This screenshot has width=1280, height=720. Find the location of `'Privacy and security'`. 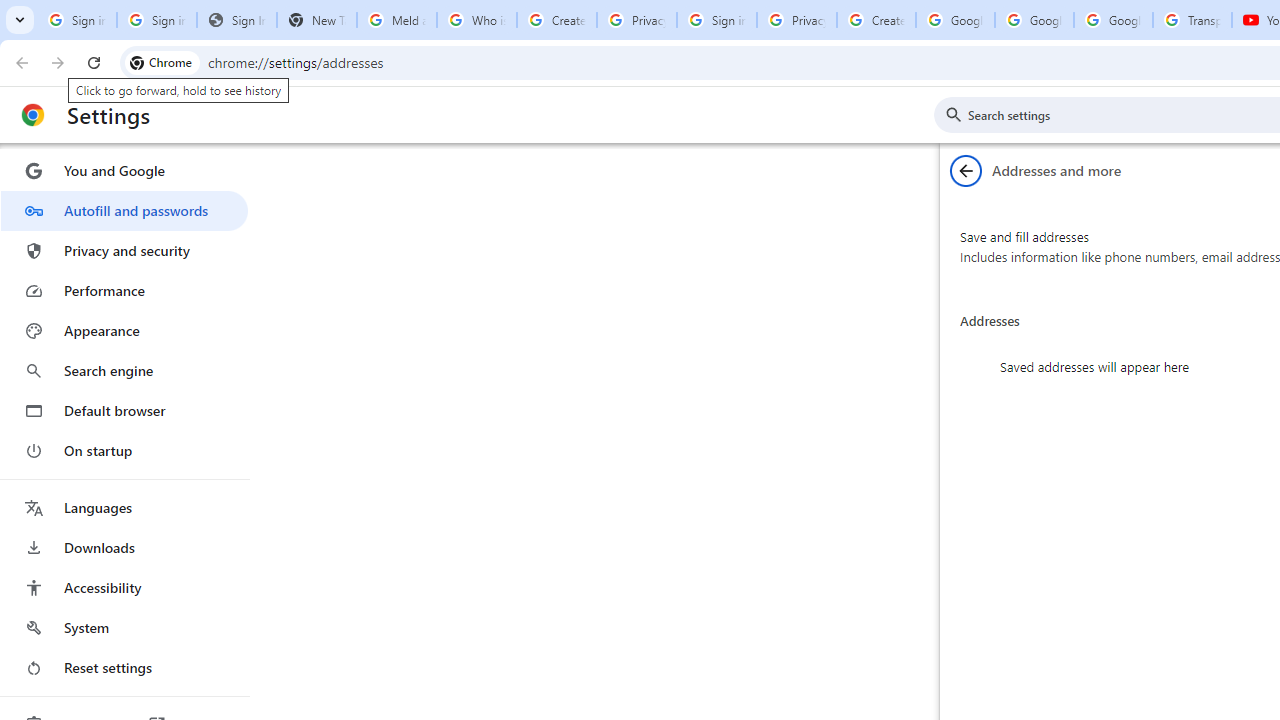

'Privacy and security' is located at coordinates (123, 249).